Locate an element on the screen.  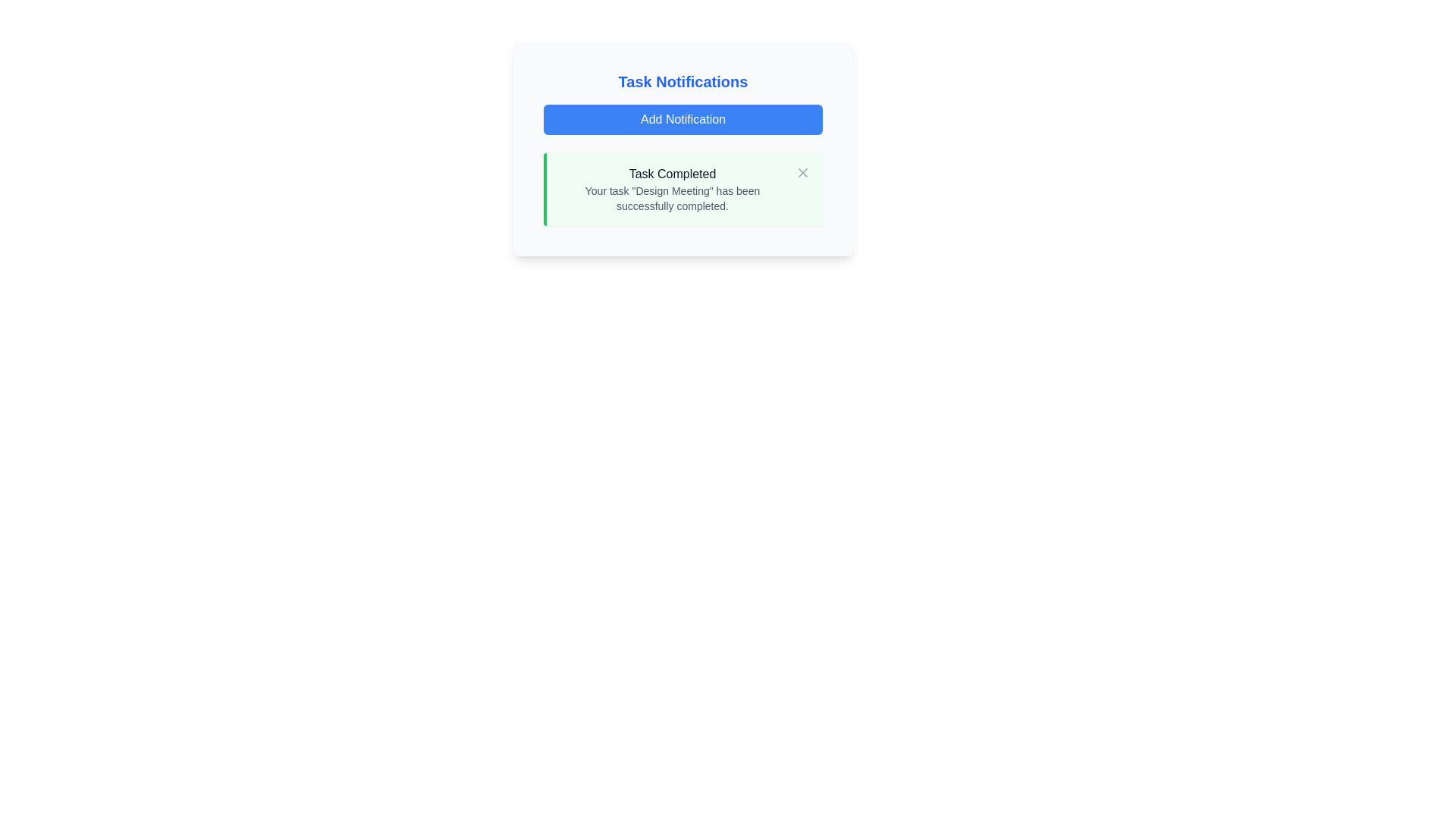
the text block that notifies the user about the successful completion of the 'Design Meeting' task, located directly below the heading 'Task Completed.' is located at coordinates (672, 198).